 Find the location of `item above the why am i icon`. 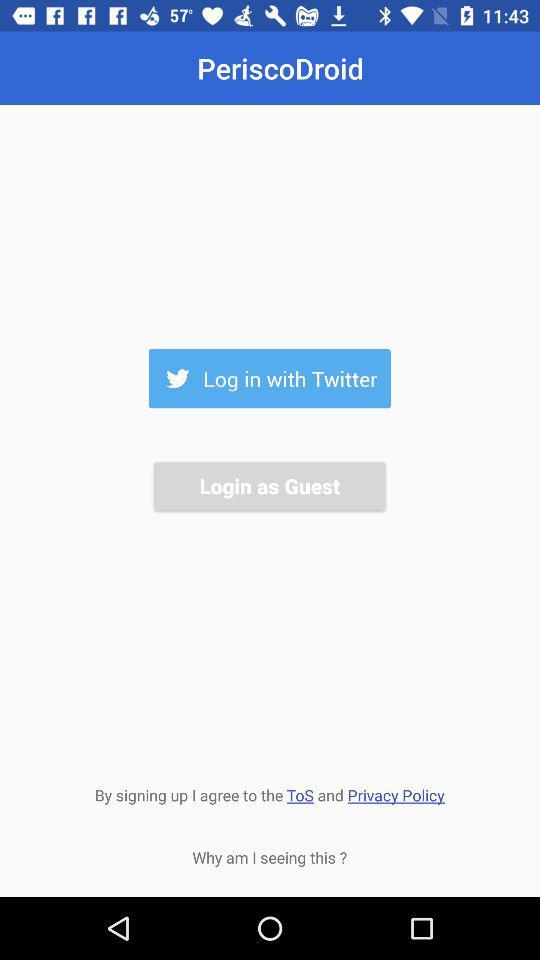

item above the why am i icon is located at coordinates (269, 793).